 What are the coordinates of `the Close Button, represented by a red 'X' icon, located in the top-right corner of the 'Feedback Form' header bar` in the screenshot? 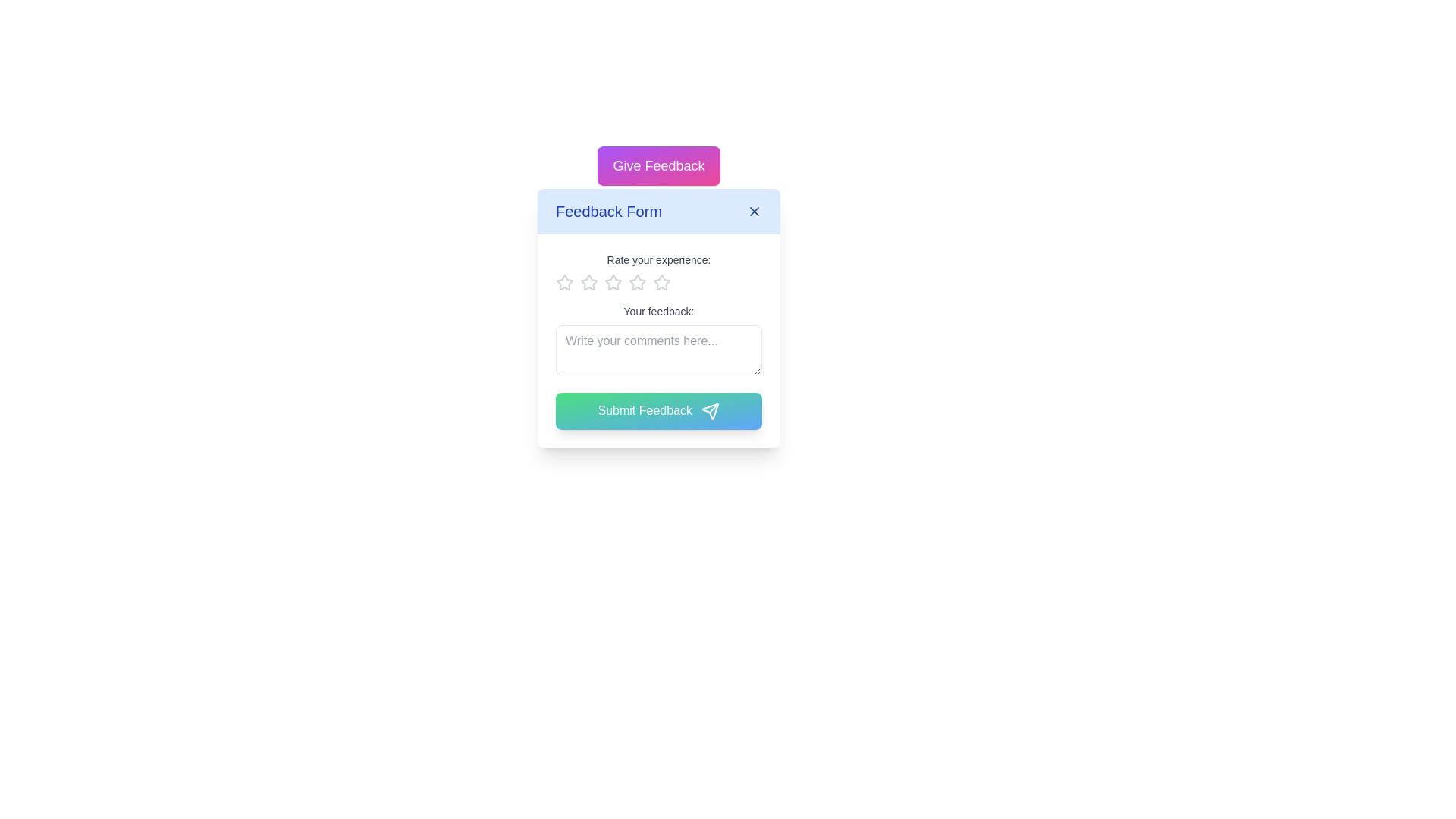 It's located at (754, 211).